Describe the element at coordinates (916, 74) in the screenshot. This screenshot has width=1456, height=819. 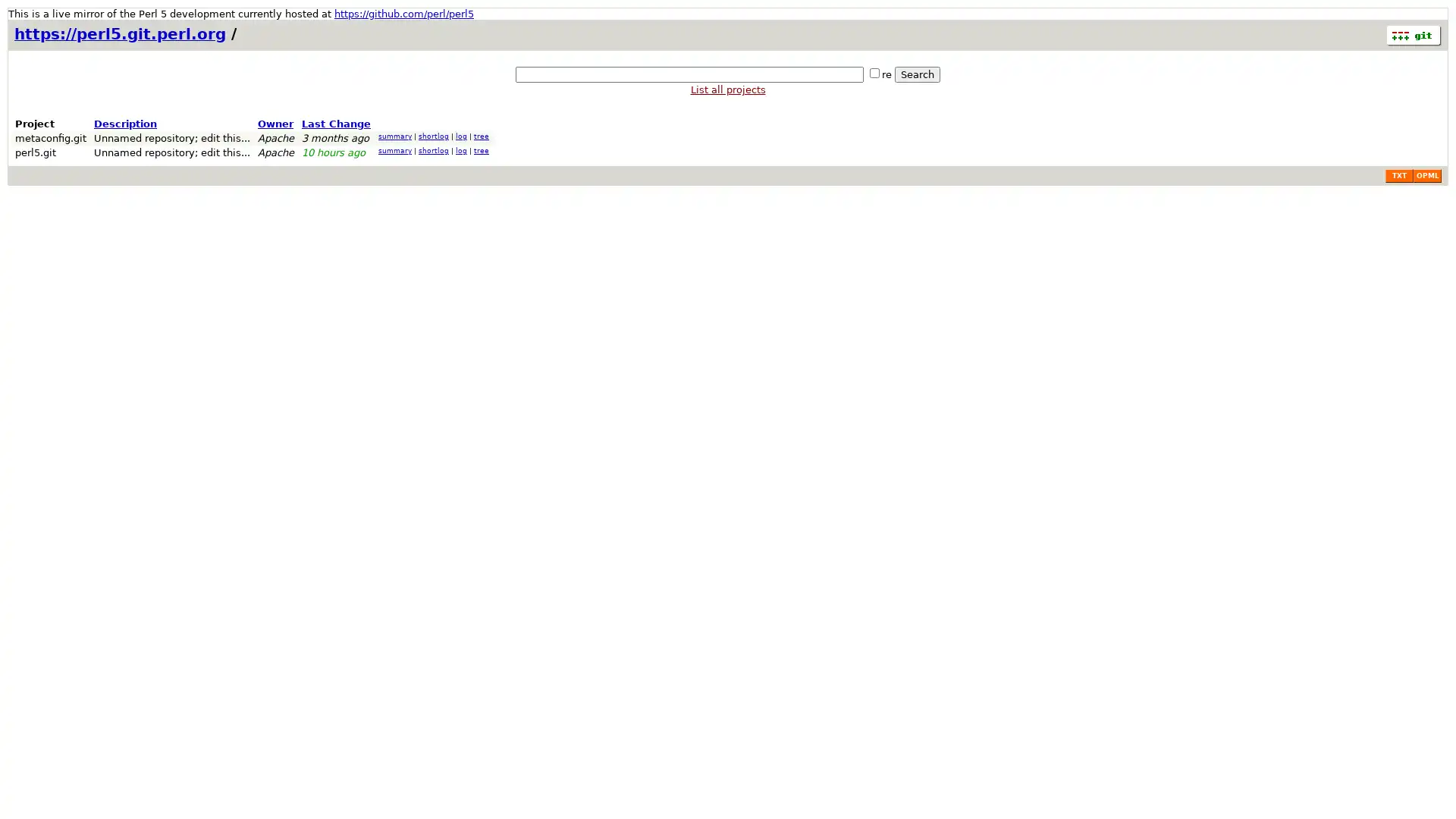
I see `Search` at that location.